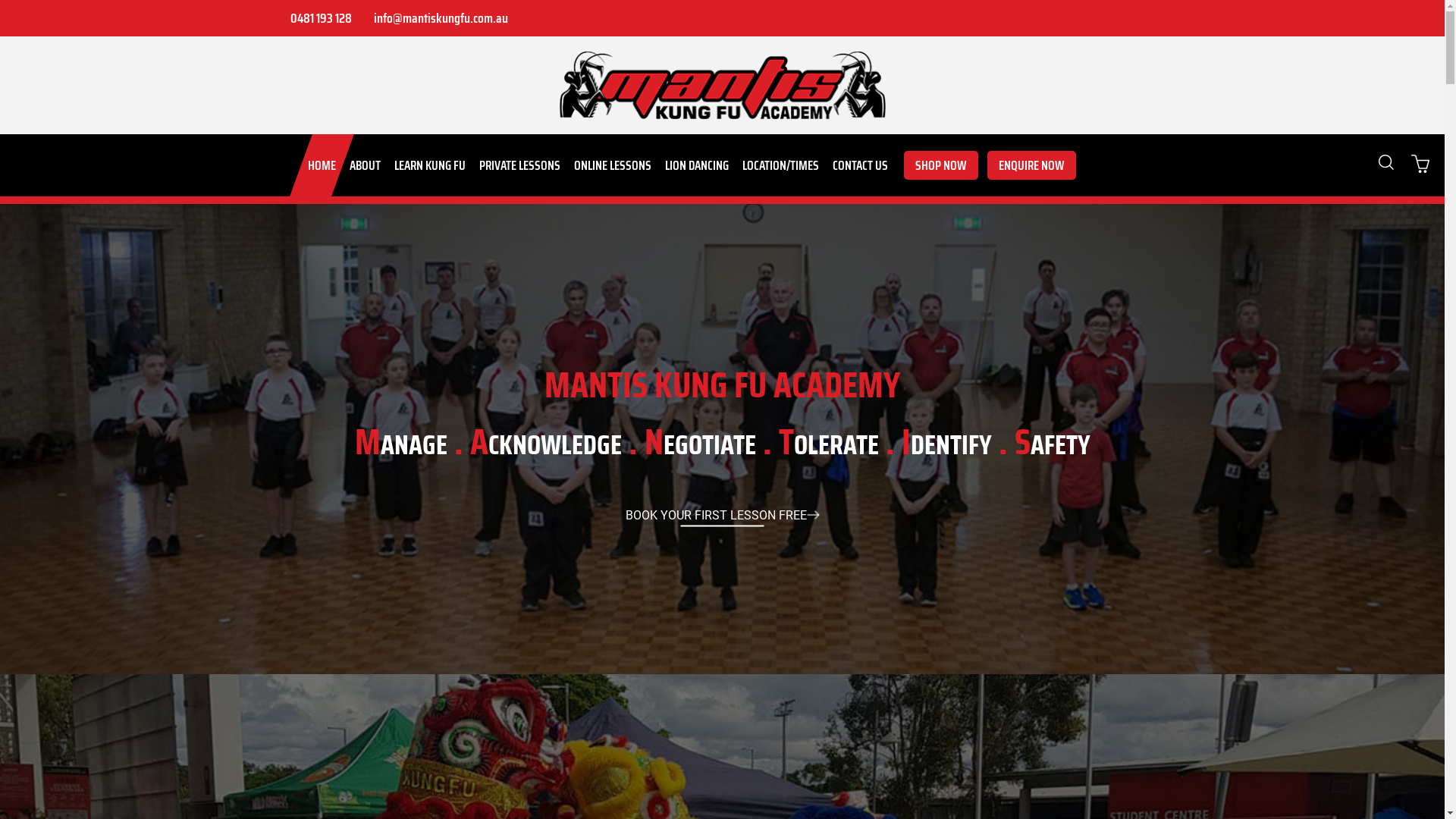  Describe the element at coordinates (365, 165) in the screenshot. I see `'ABOUT'` at that location.